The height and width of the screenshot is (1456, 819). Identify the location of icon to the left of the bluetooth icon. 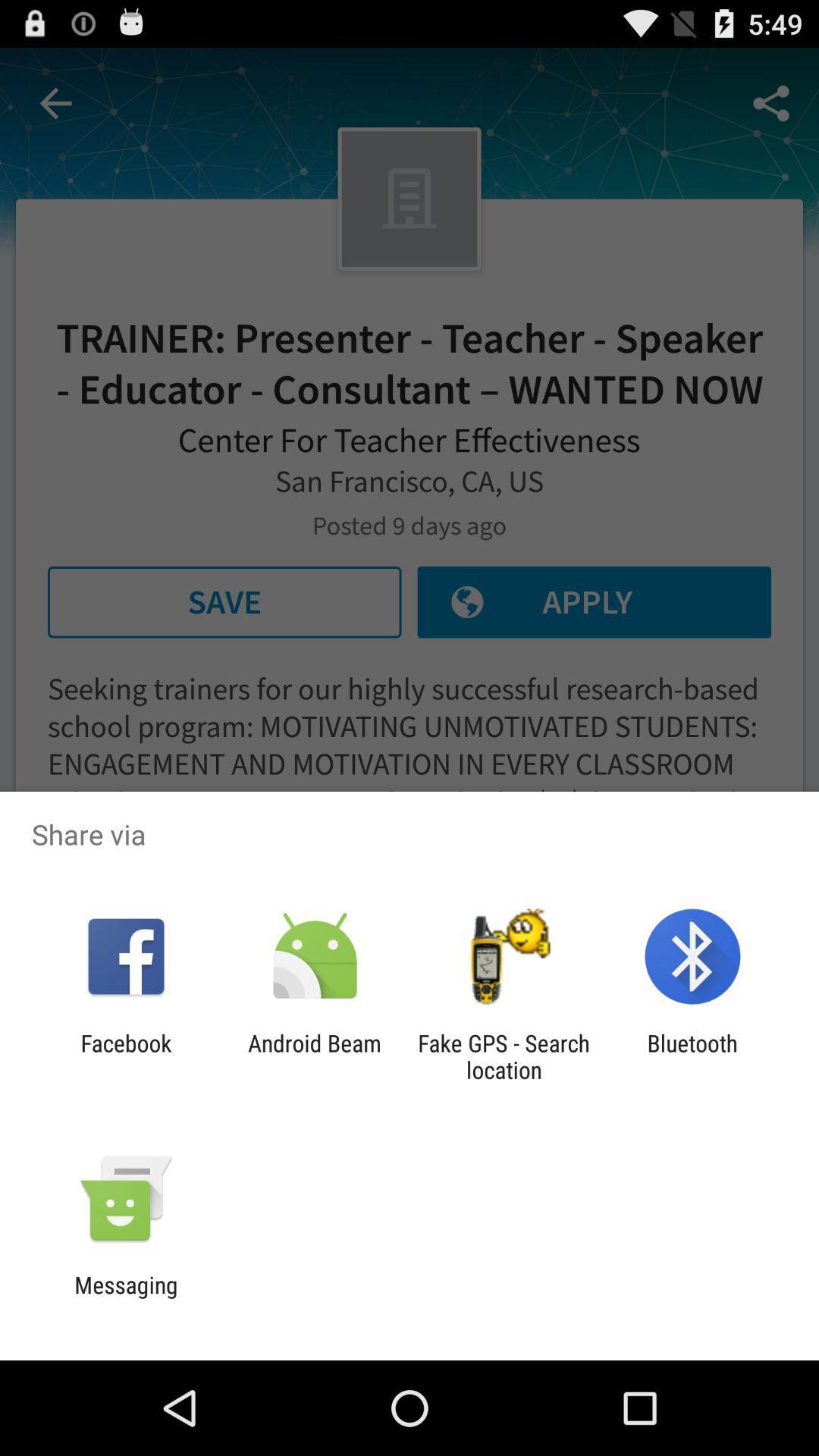
(504, 1056).